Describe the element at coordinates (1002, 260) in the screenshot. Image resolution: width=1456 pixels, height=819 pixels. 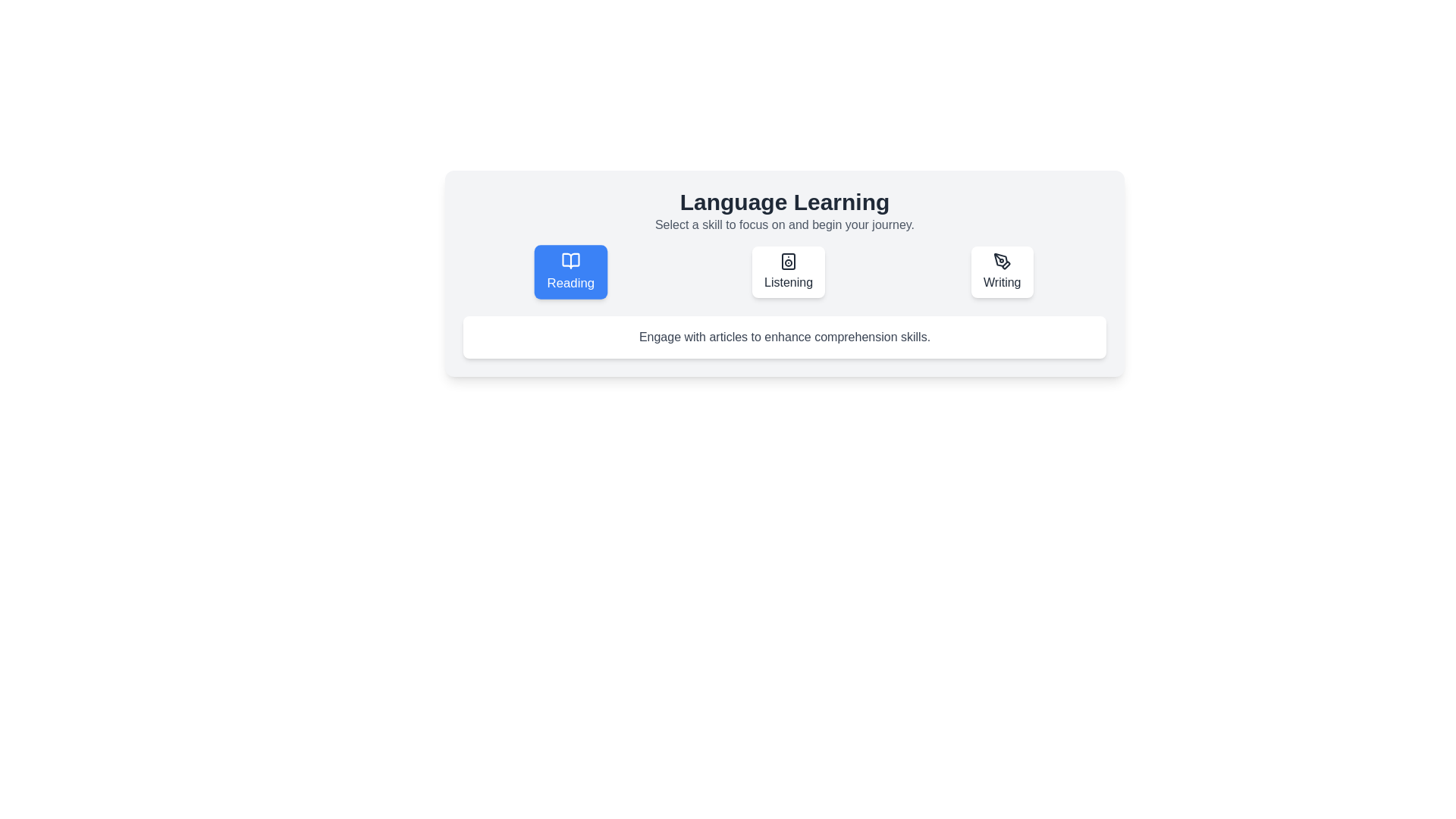
I see `the decorative 'Writing' icon located at the top of the 'Writing' button group, positioned above its label text` at that location.